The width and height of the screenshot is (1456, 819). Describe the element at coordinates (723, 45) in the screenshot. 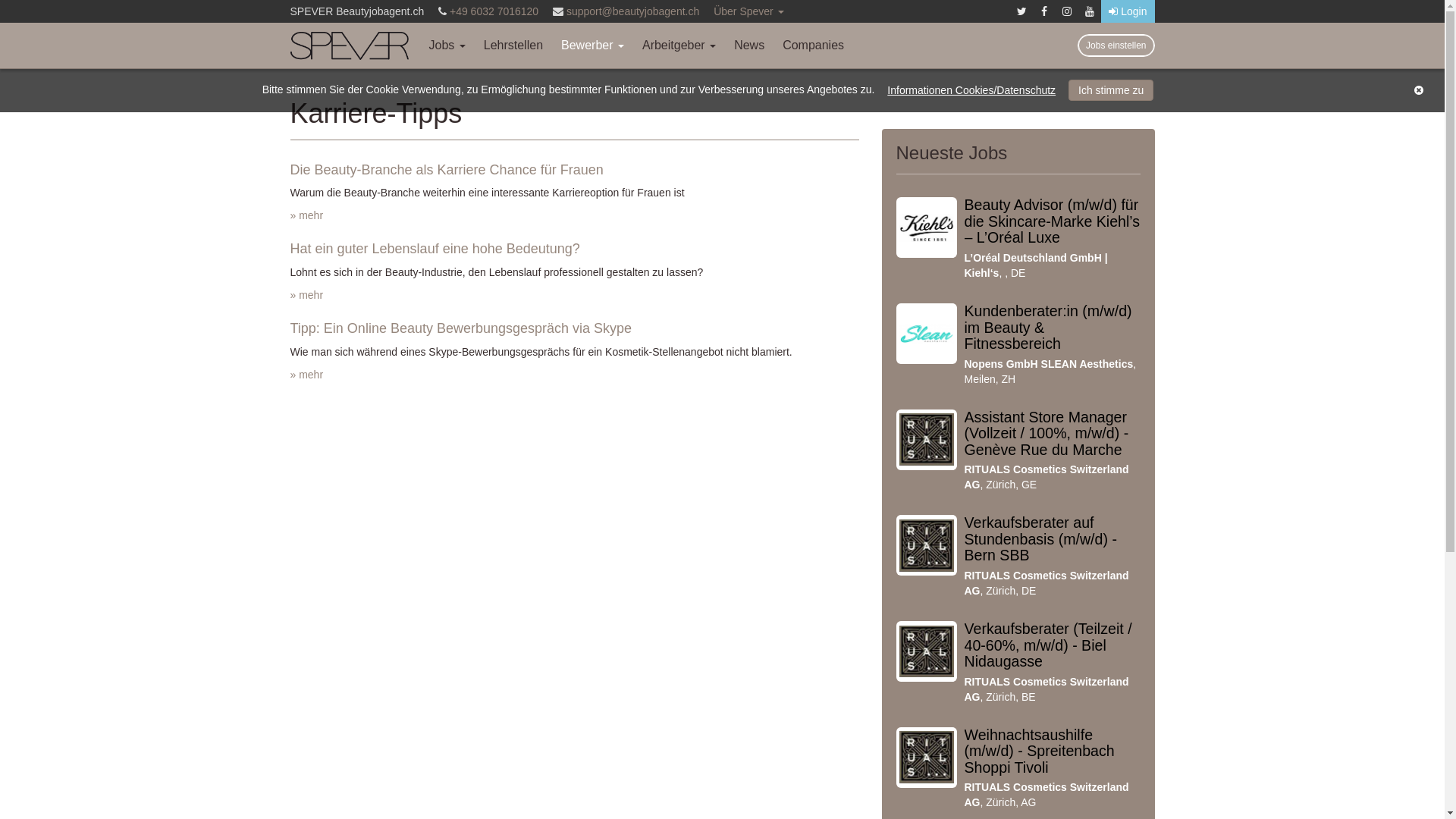

I see `'News'` at that location.